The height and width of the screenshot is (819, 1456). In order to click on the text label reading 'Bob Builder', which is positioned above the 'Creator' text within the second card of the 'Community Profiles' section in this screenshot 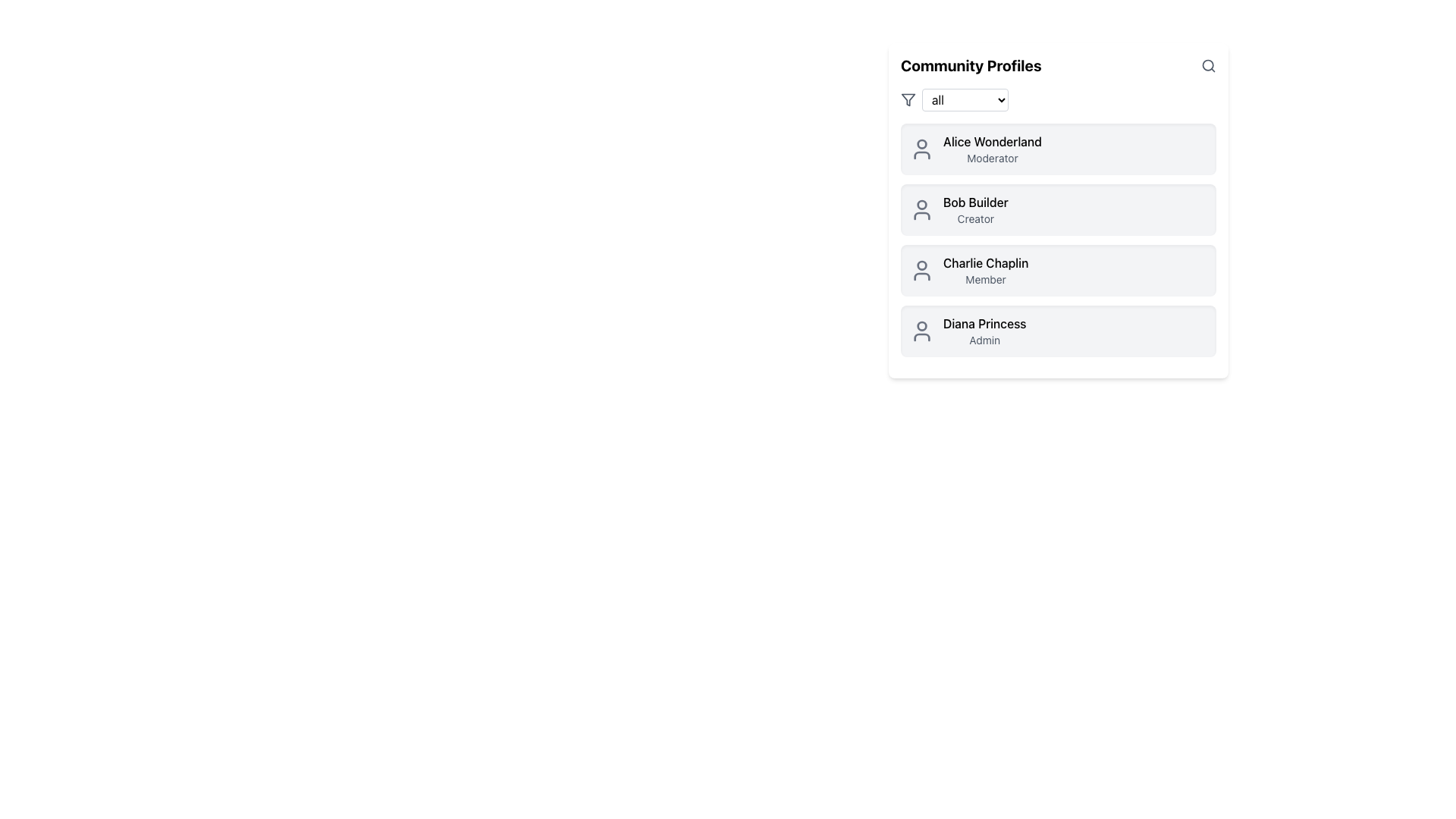, I will do `click(975, 201)`.